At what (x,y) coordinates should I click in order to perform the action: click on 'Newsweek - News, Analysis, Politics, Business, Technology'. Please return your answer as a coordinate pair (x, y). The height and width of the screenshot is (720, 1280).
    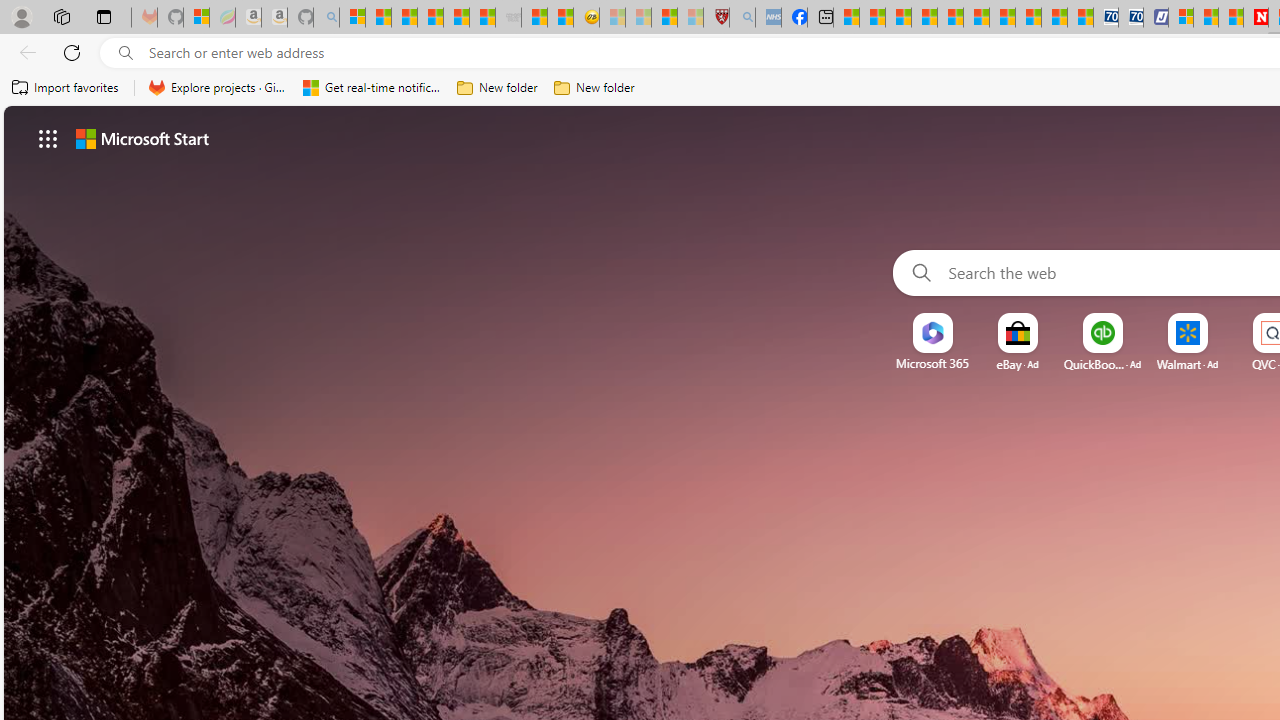
    Looking at the image, I should click on (1255, 17).